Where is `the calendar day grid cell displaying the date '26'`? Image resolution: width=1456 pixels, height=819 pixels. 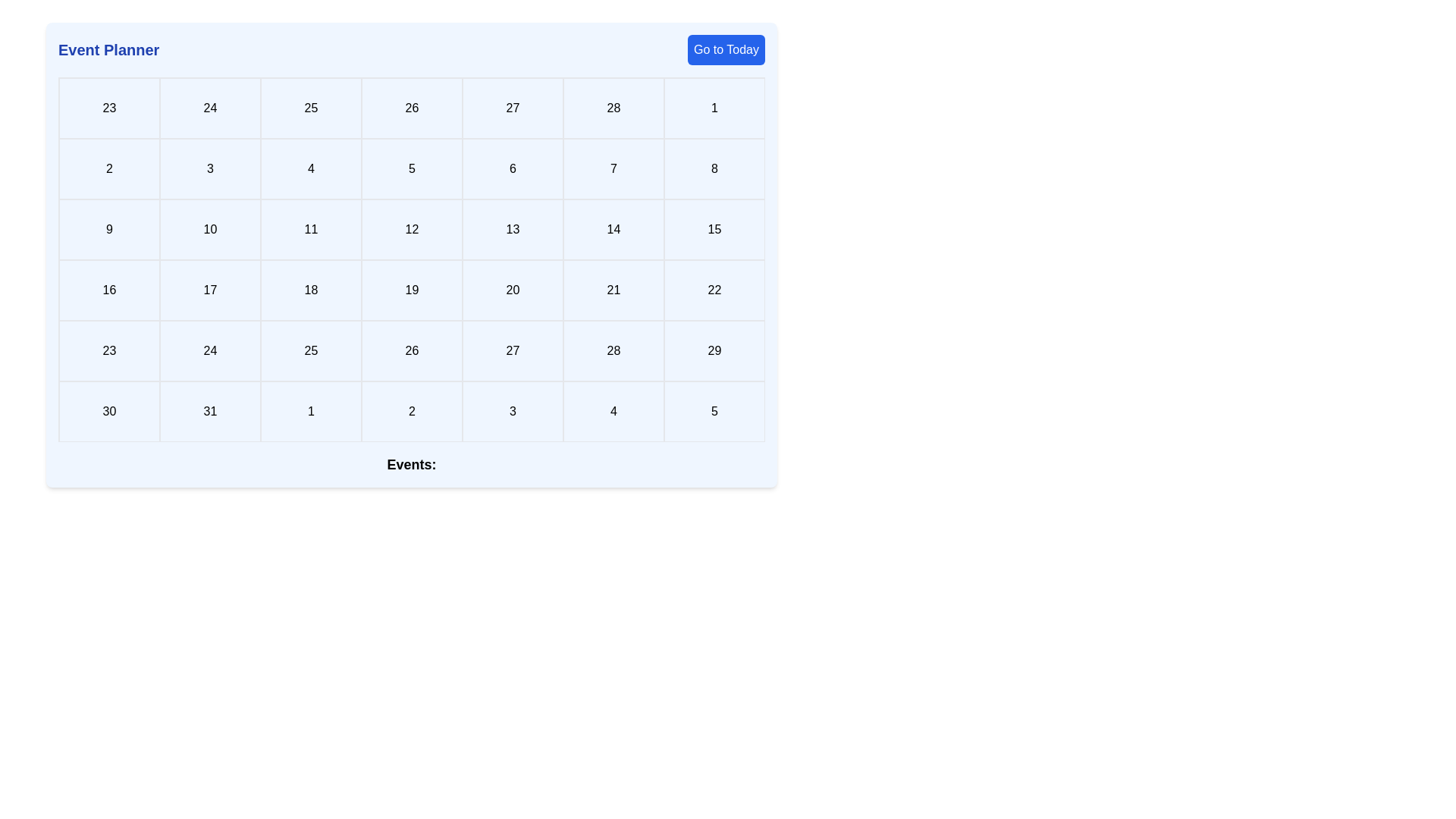
the calendar day grid cell displaying the date '26' is located at coordinates (412, 107).